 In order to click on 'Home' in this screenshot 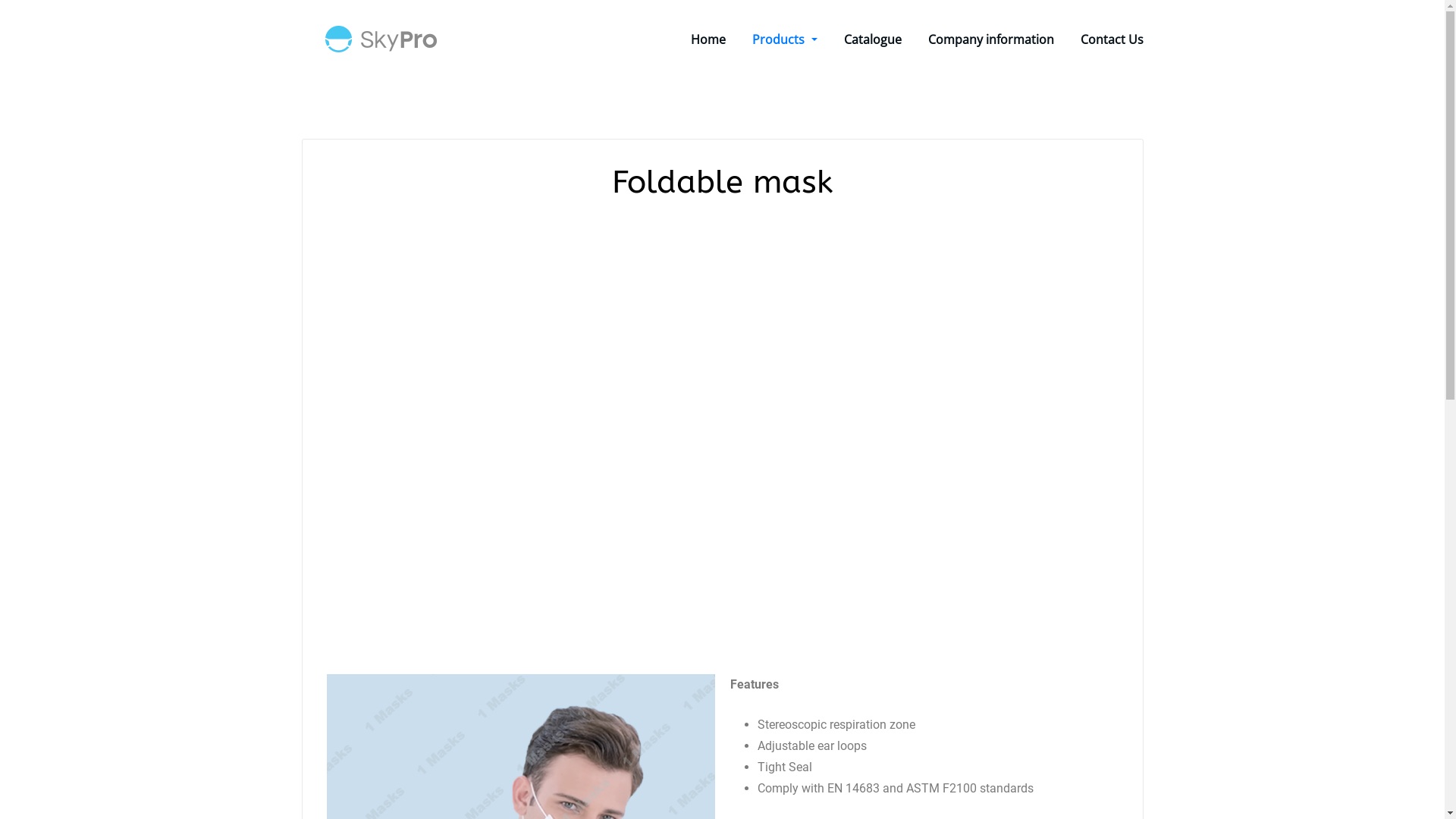, I will do `click(690, 38)`.